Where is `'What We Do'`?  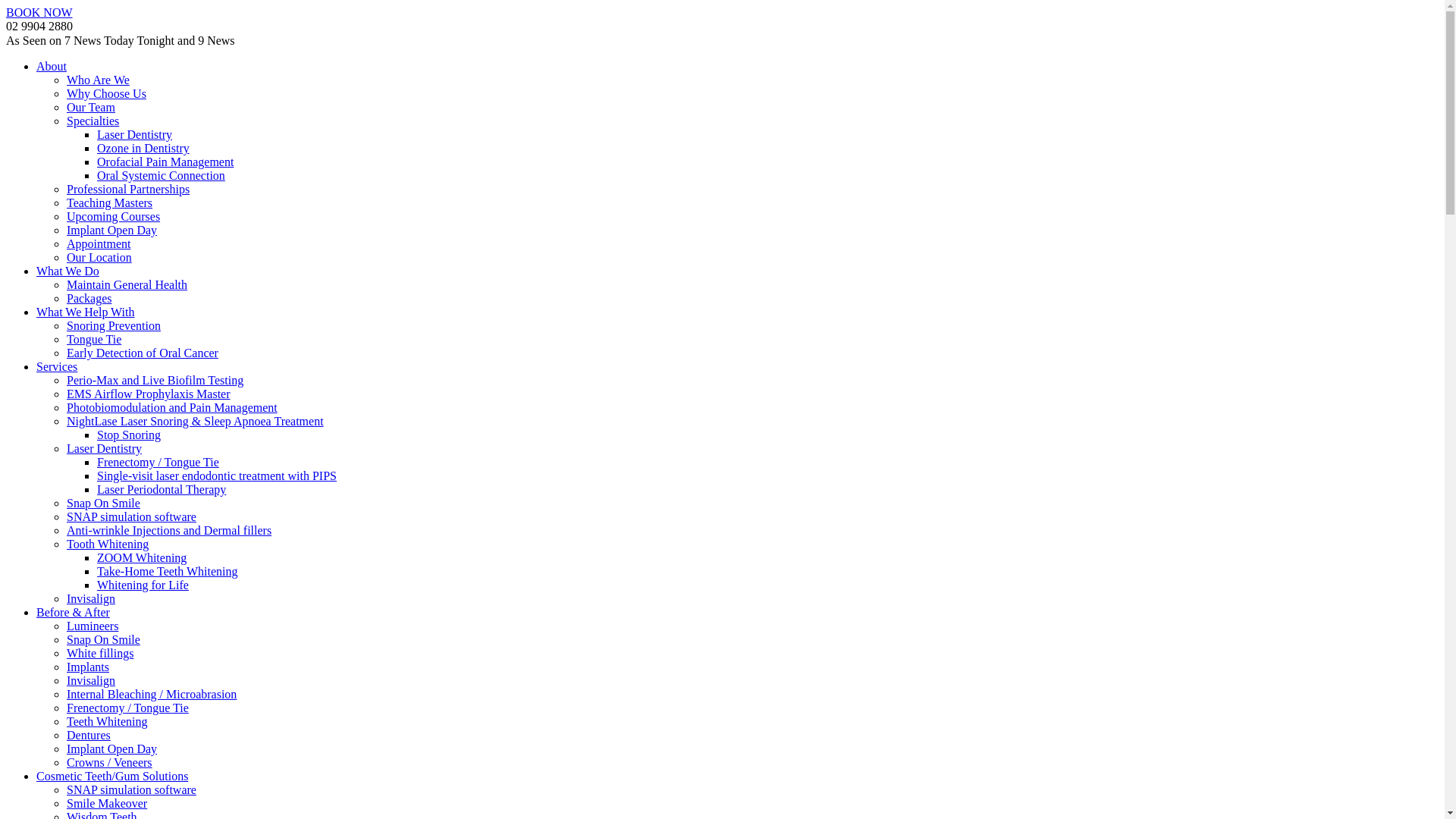
'What We Do' is located at coordinates (67, 270).